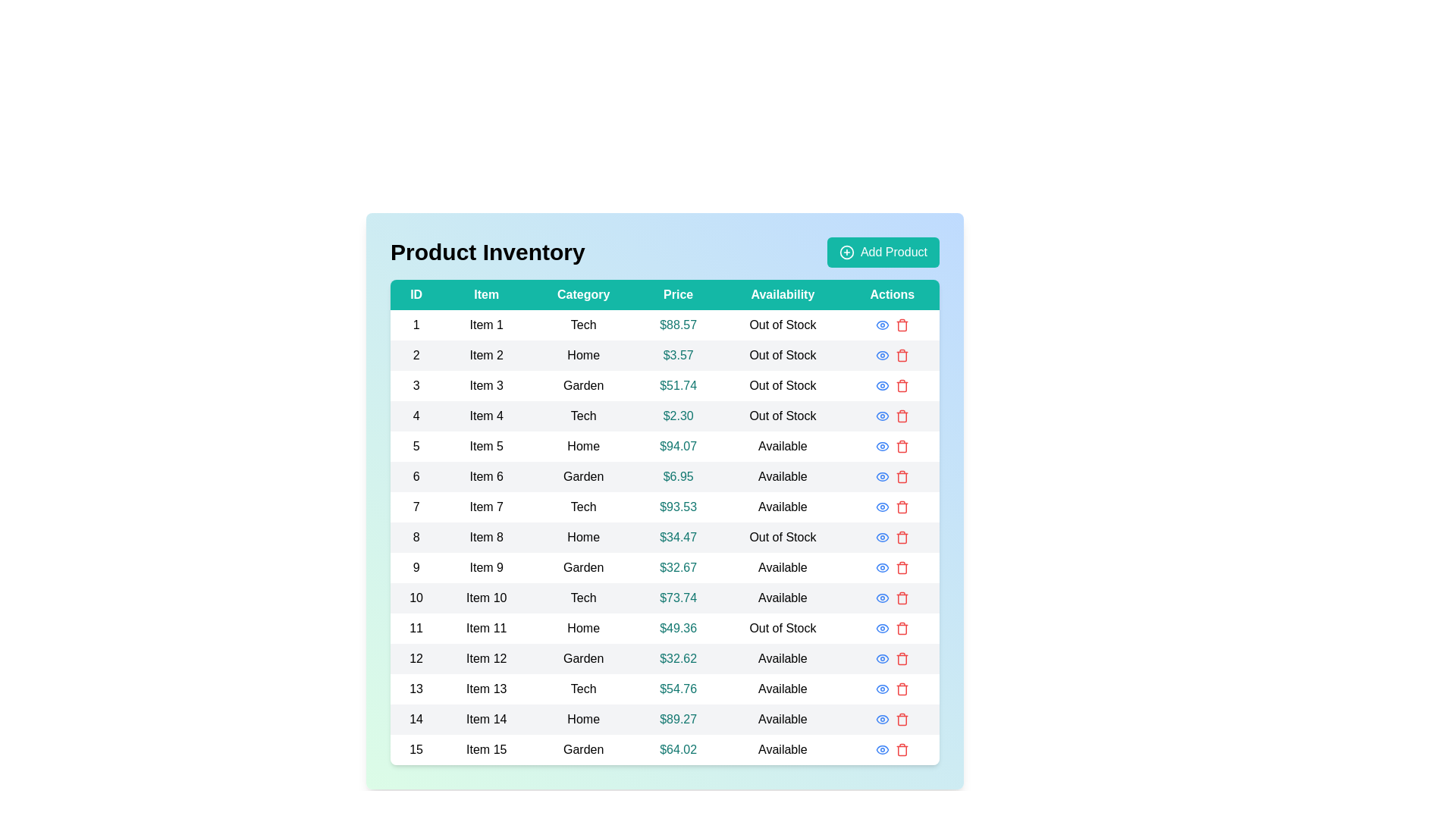 The height and width of the screenshot is (819, 1456). I want to click on the ID header to sort the table by that column, so click(416, 295).